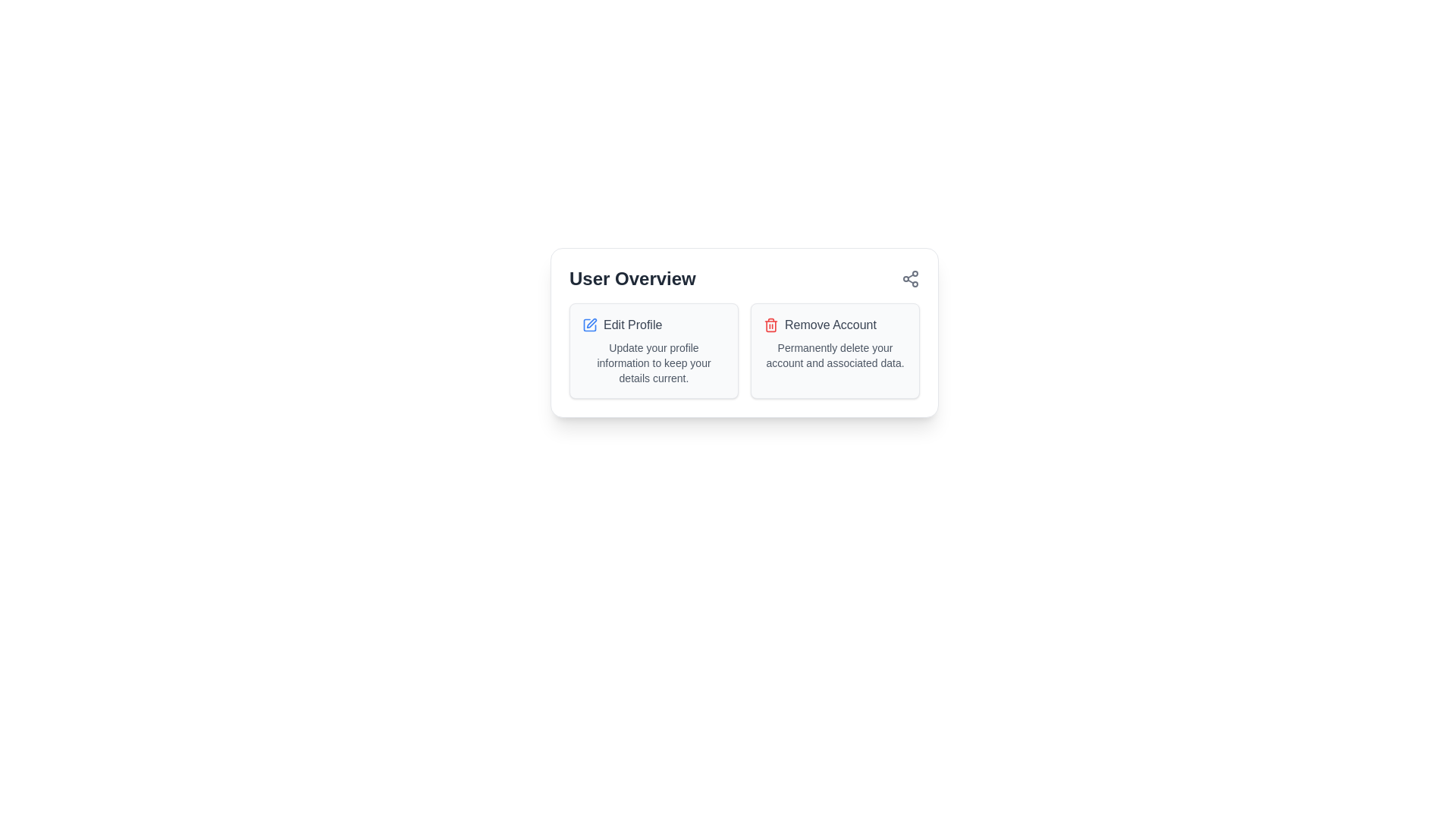 This screenshot has height=819, width=1456. What do you see at coordinates (588, 324) in the screenshot?
I see `the 'Edit Profile' icon located in the first segment of the 'Edit Profile' section, to the left of the text label 'Edit Profile'` at bounding box center [588, 324].